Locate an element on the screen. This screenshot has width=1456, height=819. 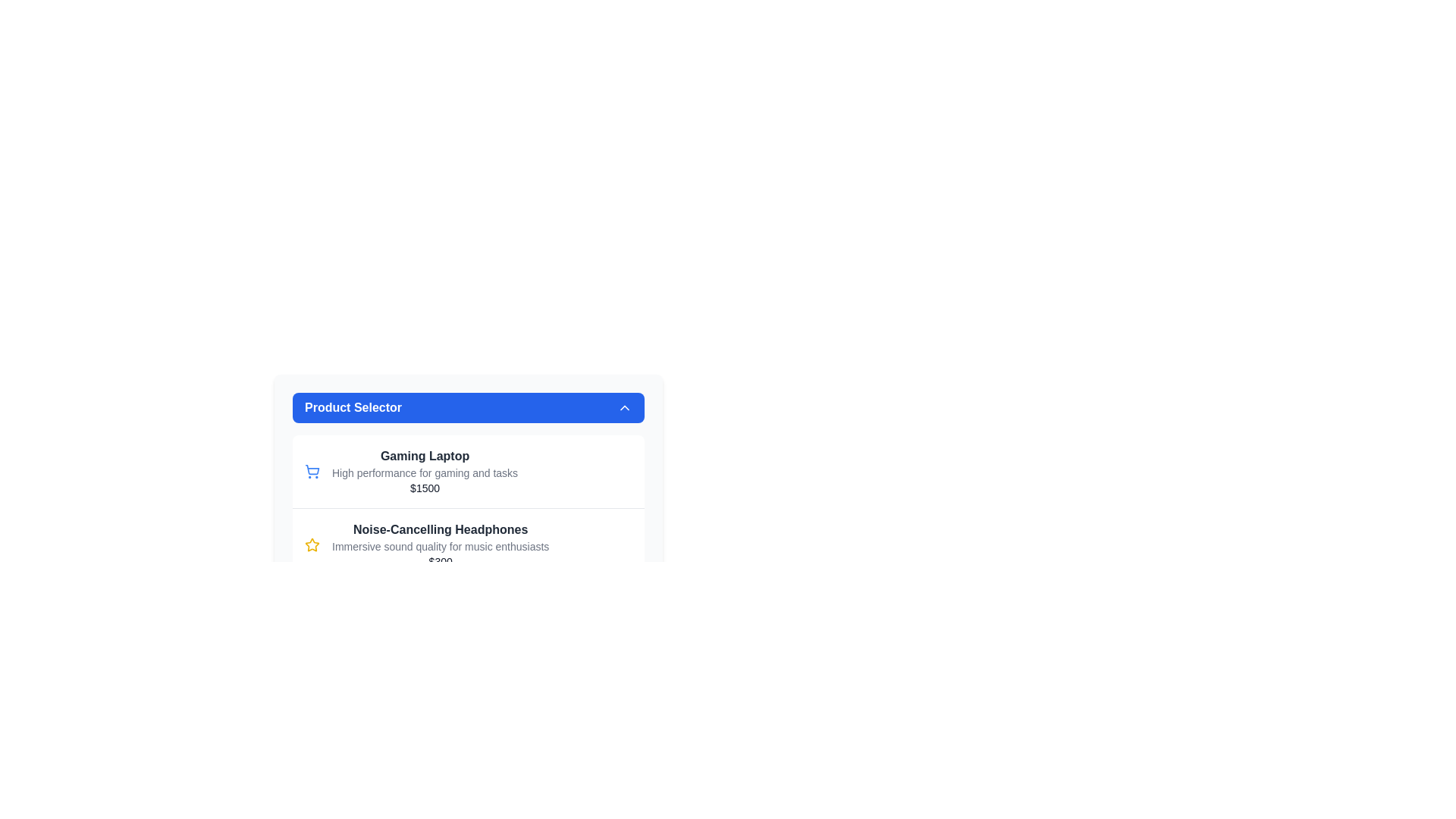
the List item entry for 'Noise-Cancelling Headphones' is located at coordinates (440, 544).